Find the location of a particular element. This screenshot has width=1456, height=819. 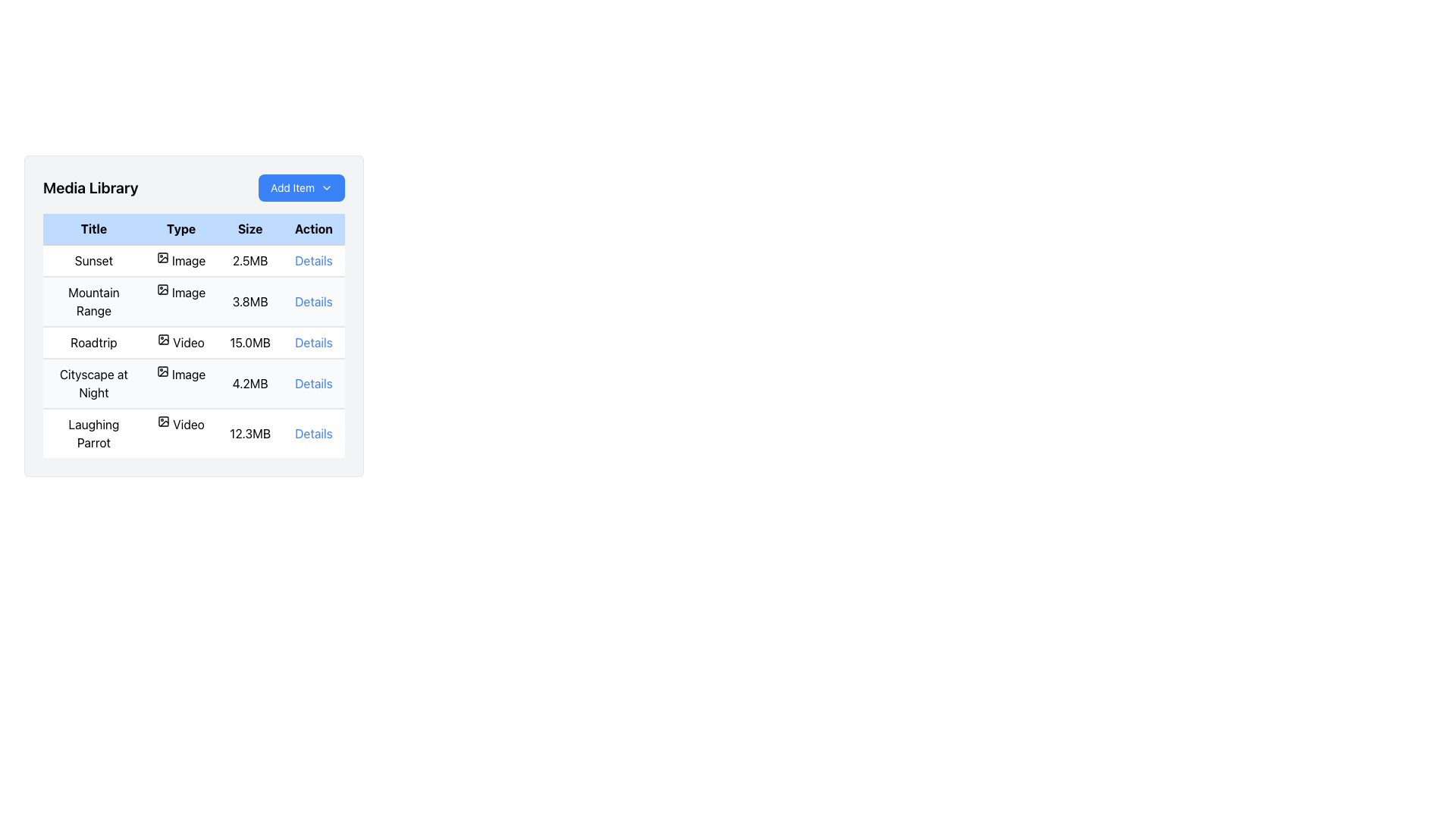

the text label displaying 'Cityscape at Night' in the fourth row of the table under the 'Title' column is located at coordinates (93, 382).